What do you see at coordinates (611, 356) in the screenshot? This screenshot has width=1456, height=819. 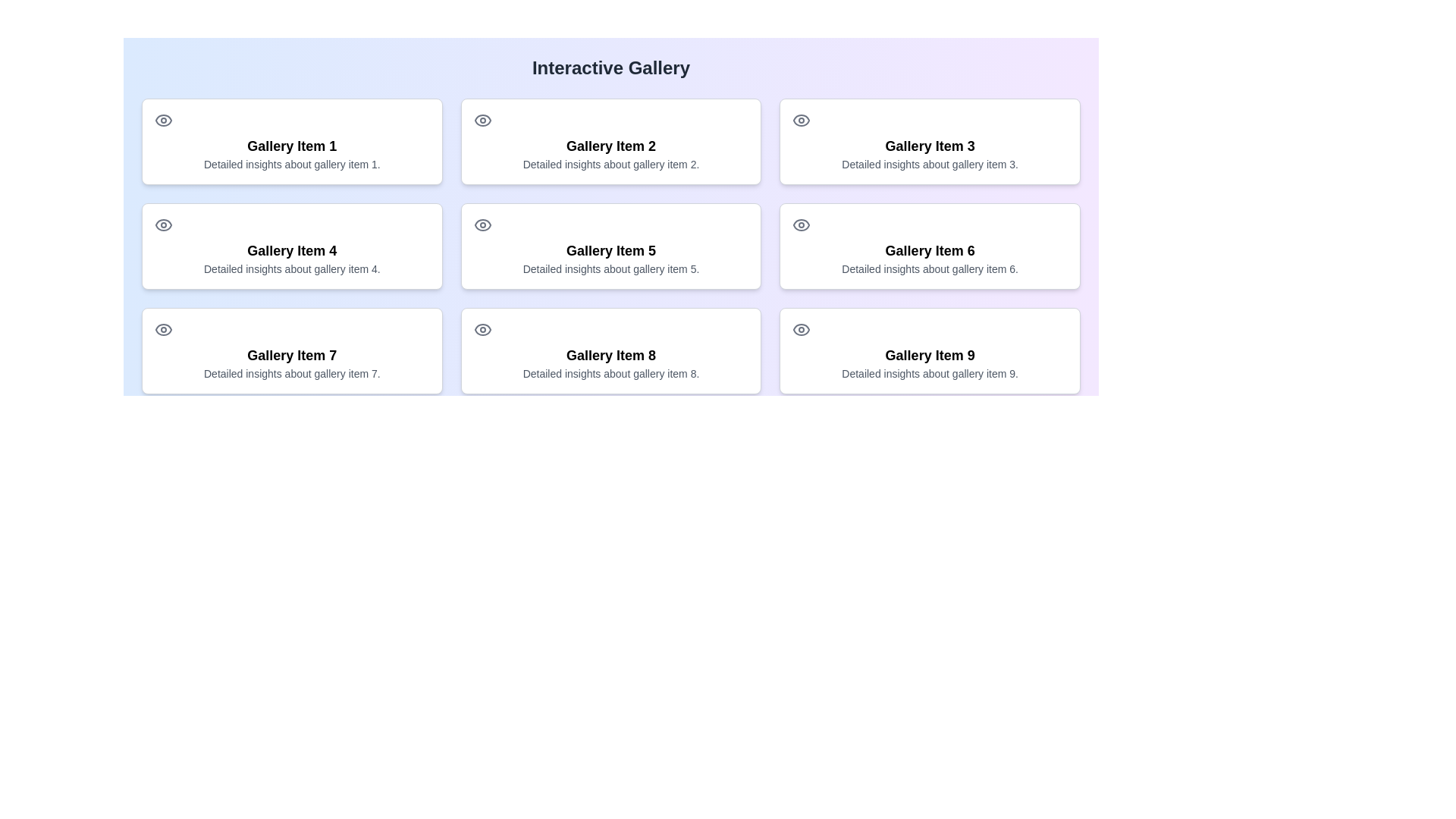 I see `text displayed in the 'Gallery Item 8' card, which is prominently styled in large bold font and located in the third row and second column of the gallery grid` at bounding box center [611, 356].